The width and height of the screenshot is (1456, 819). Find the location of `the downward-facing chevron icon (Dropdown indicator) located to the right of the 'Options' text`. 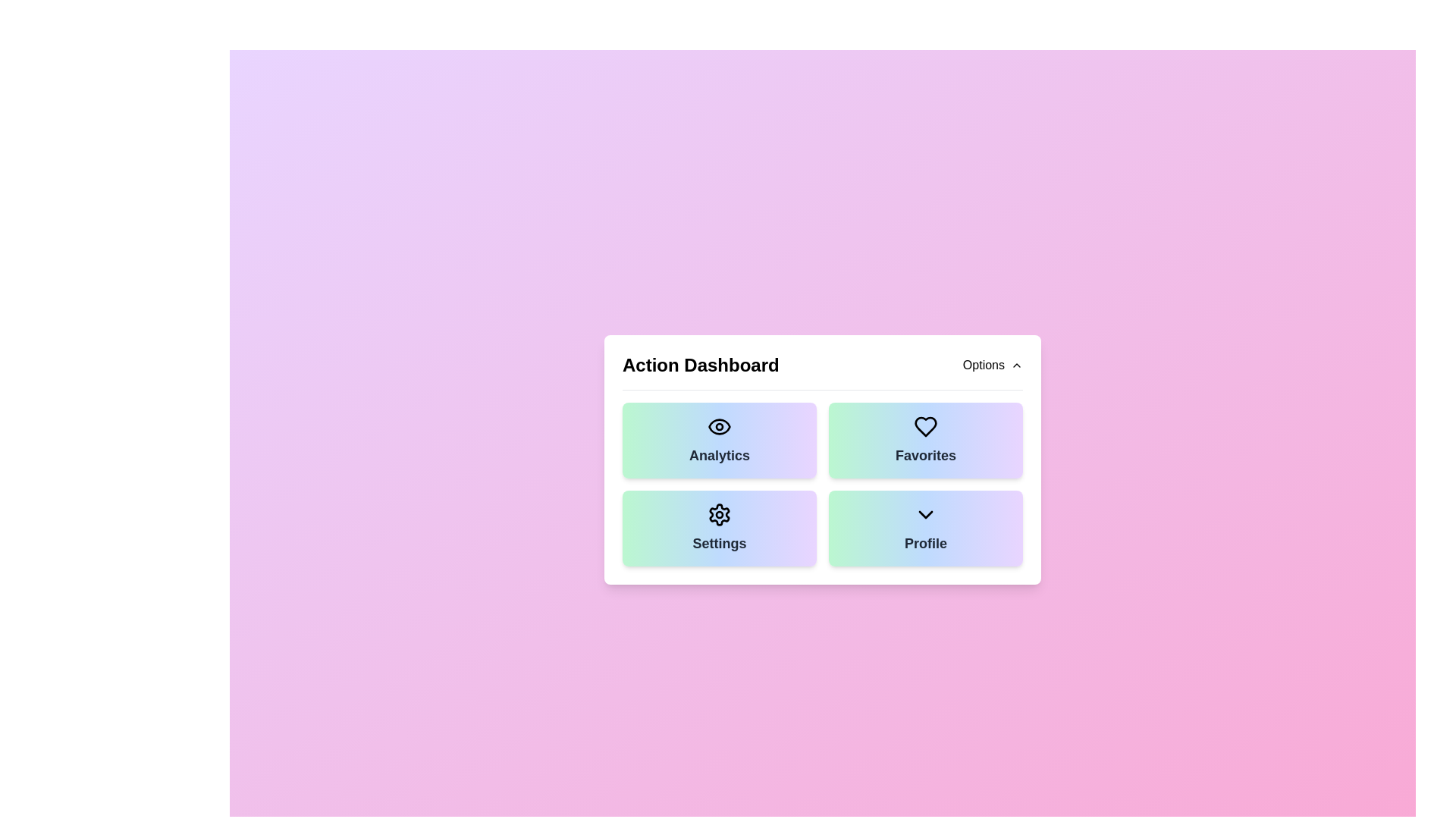

the downward-facing chevron icon (Dropdown indicator) located to the right of the 'Options' text is located at coordinates (1016, 365).